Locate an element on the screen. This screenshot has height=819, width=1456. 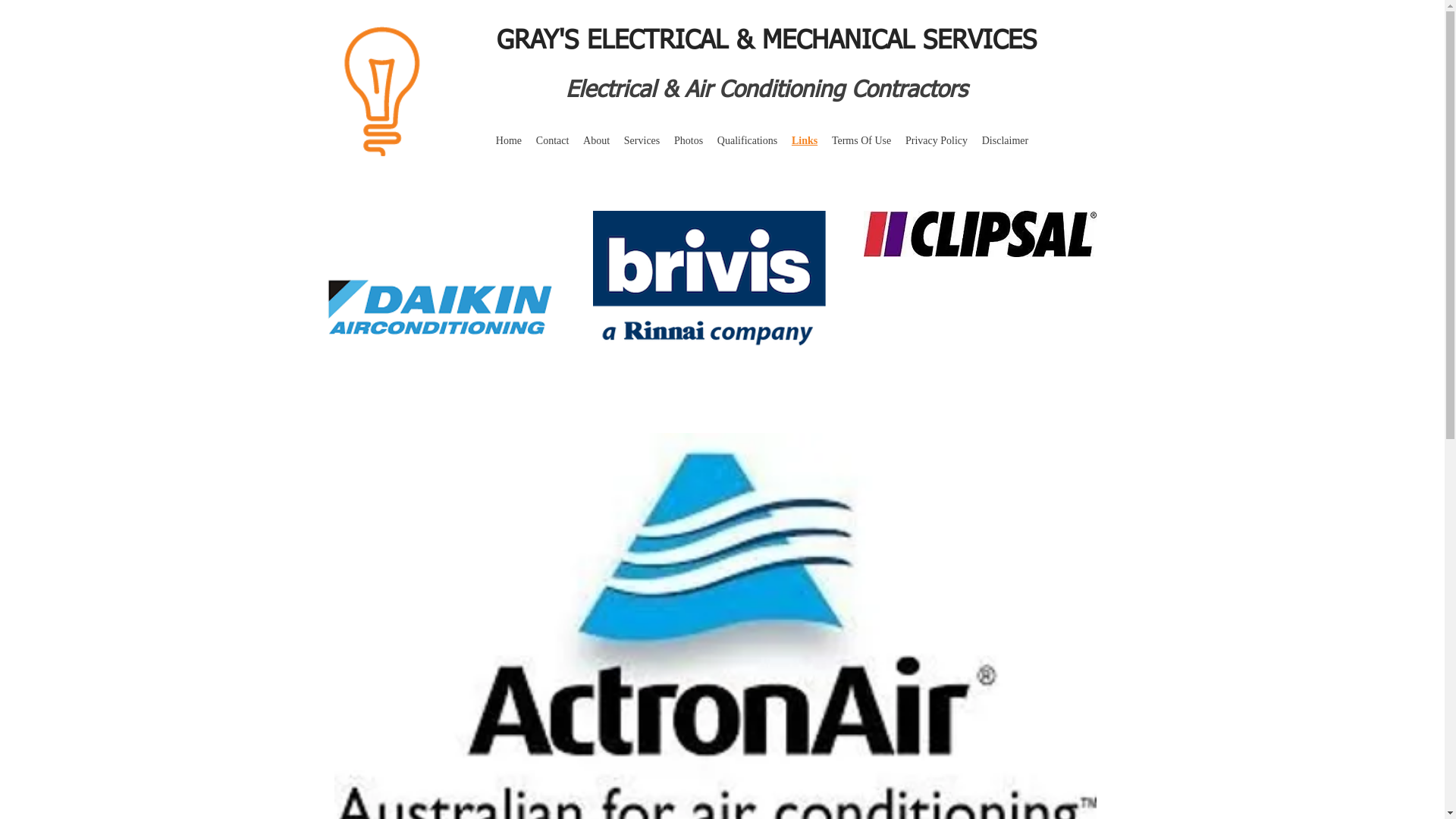
'Privacy Policy' is located at coordinates (936, 140).